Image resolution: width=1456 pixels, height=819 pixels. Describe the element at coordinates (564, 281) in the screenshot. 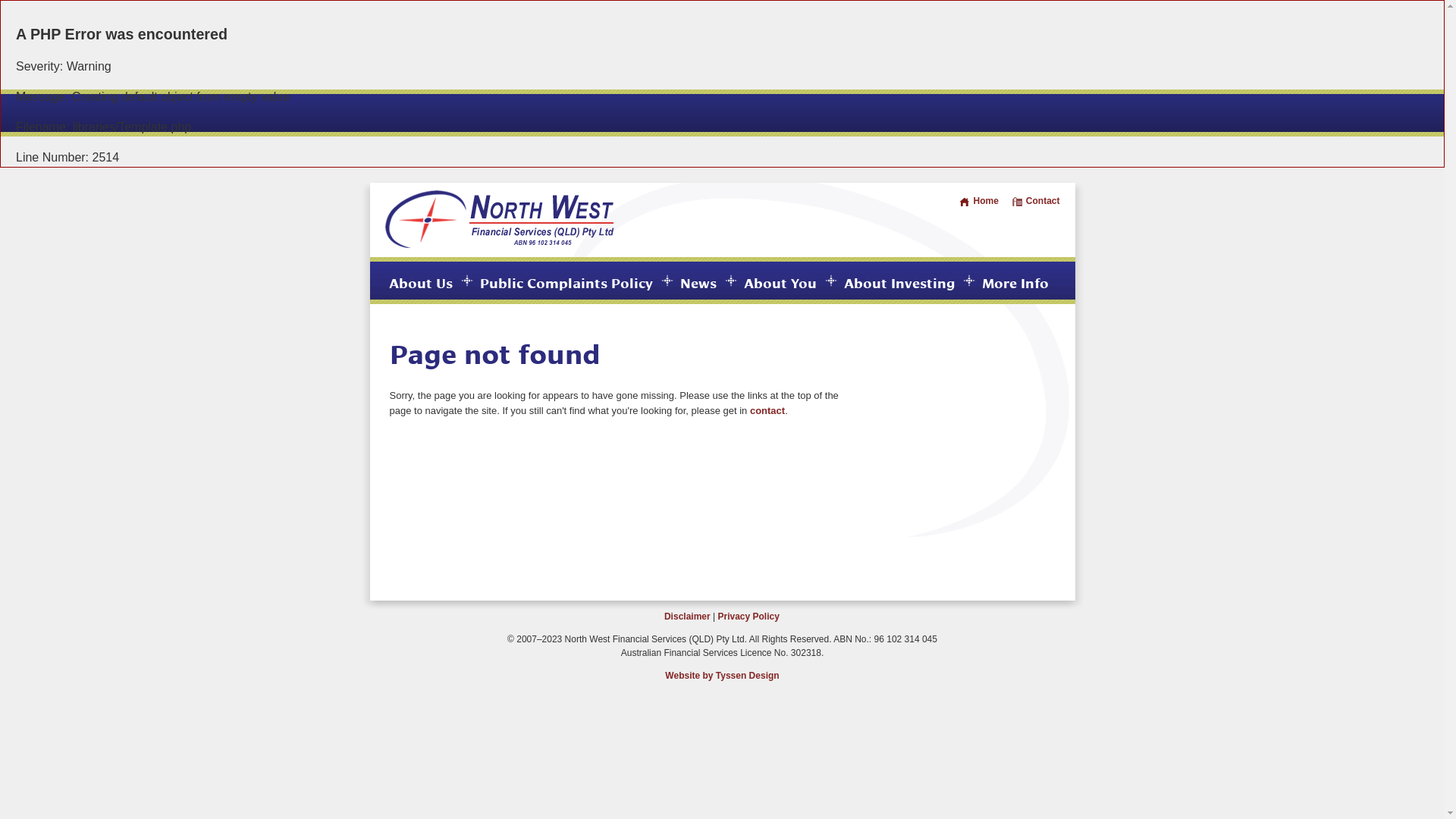

I see `'Public Complaints Policy'` at that location.